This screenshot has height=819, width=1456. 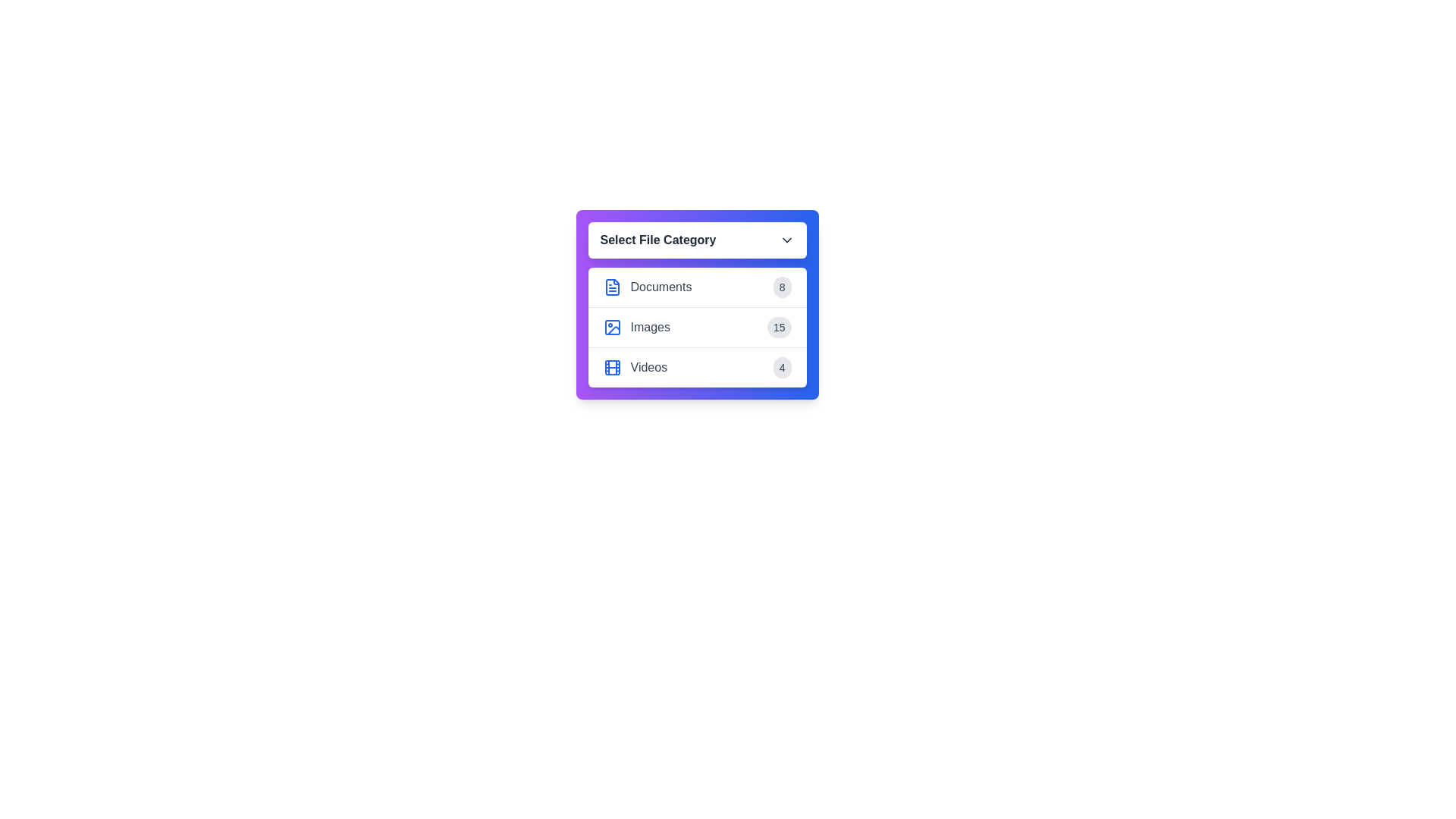 What do you see at coordinates (612, 287) in the screenshot?
I see `the 'Documents' category icon, which is the first icon in the vertical list within the 'Select File Category' section, positioned to the left of the text 'Documents'` at bounding box center [612, 287].